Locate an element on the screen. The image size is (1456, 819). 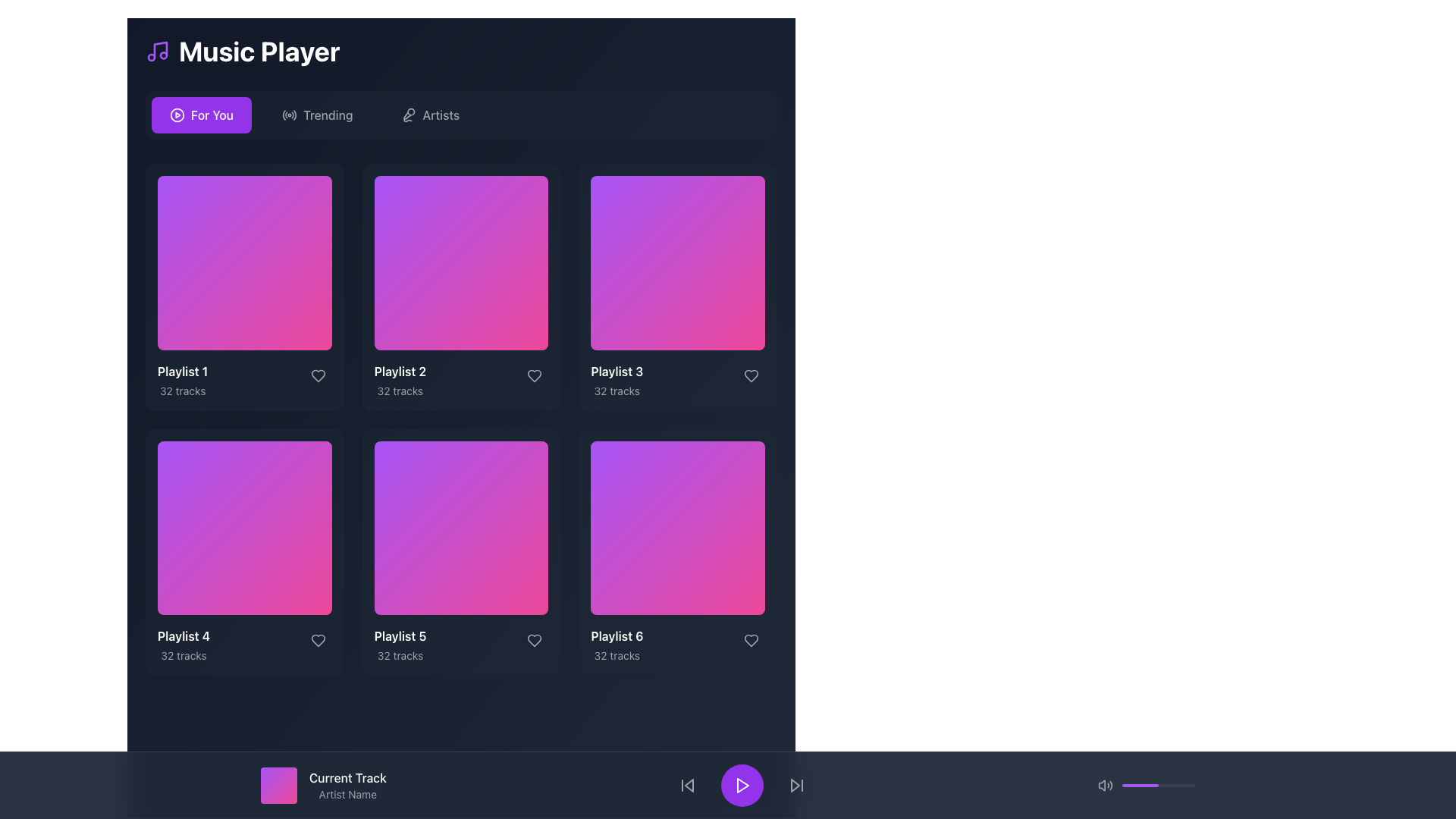
the heart-shaped icon button for 'Playlist 3' located in the upper-right corner of its cell is located at coordinates (751, 375).